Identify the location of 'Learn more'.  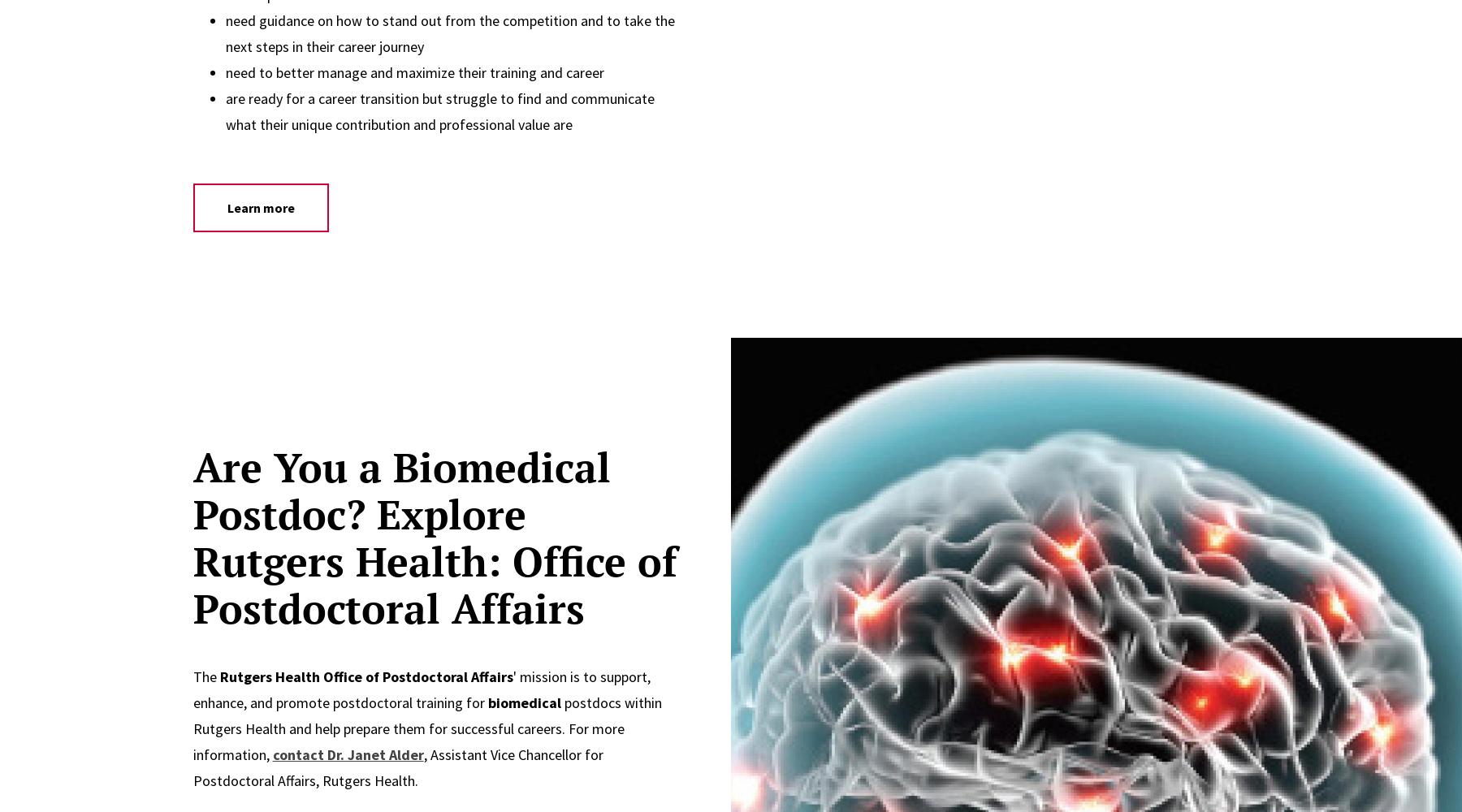
(259, 207).